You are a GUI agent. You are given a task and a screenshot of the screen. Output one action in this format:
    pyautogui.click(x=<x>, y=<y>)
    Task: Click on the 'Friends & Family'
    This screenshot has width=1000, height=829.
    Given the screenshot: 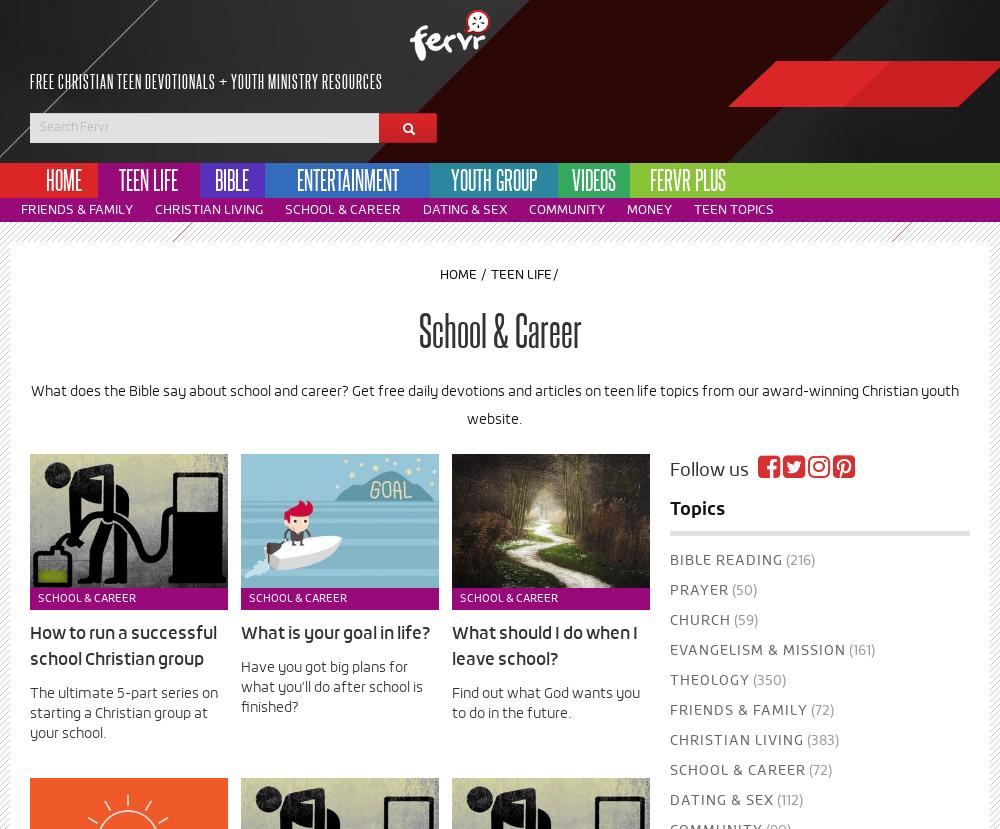 What is the action you would take?
    pyautogui.click(x=669, y=711)
    